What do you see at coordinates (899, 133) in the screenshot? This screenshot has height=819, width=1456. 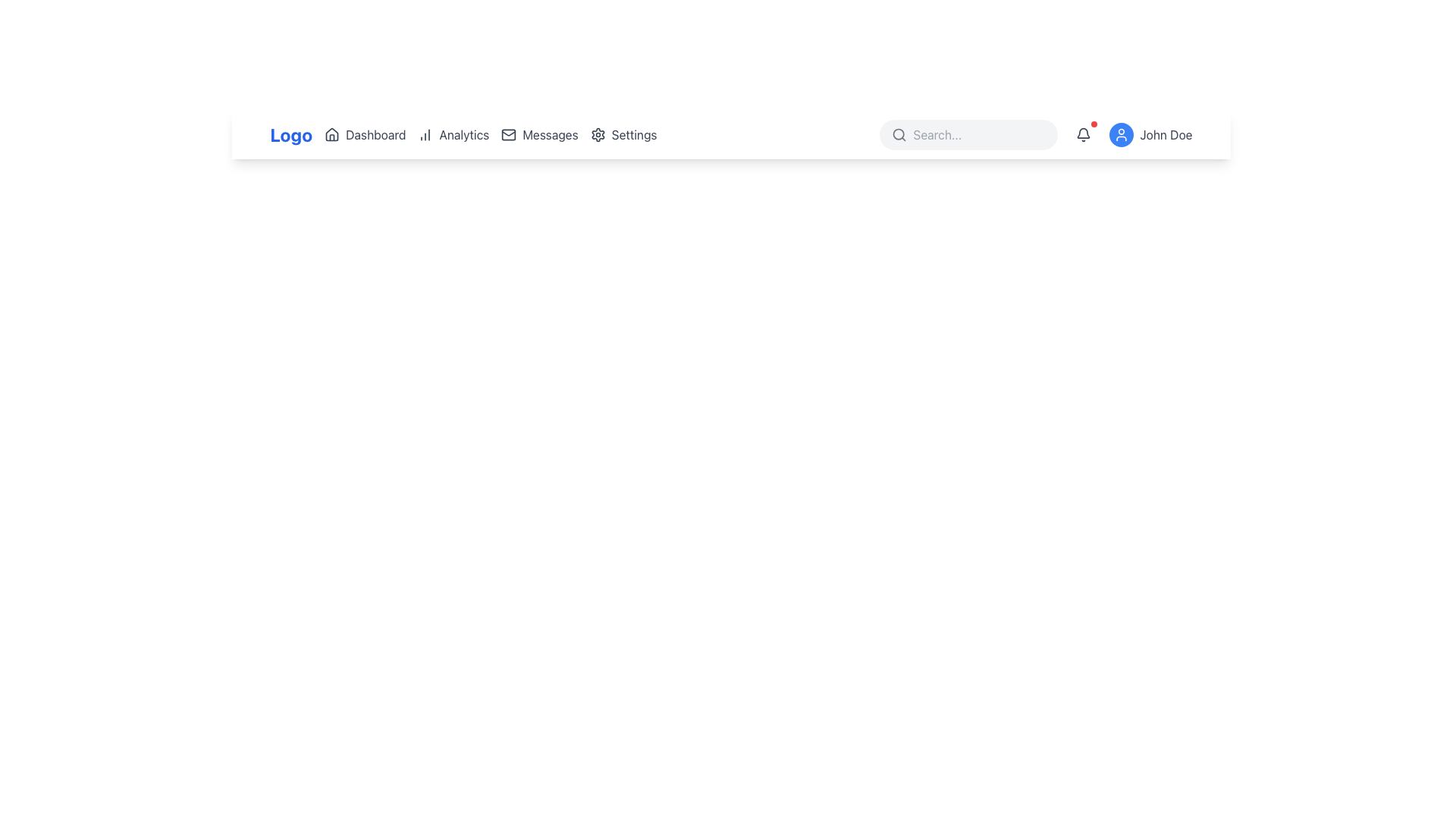 I see `the magnifying glass icon located to the far left within the rounded search bar` at bounding box center [899, 133].